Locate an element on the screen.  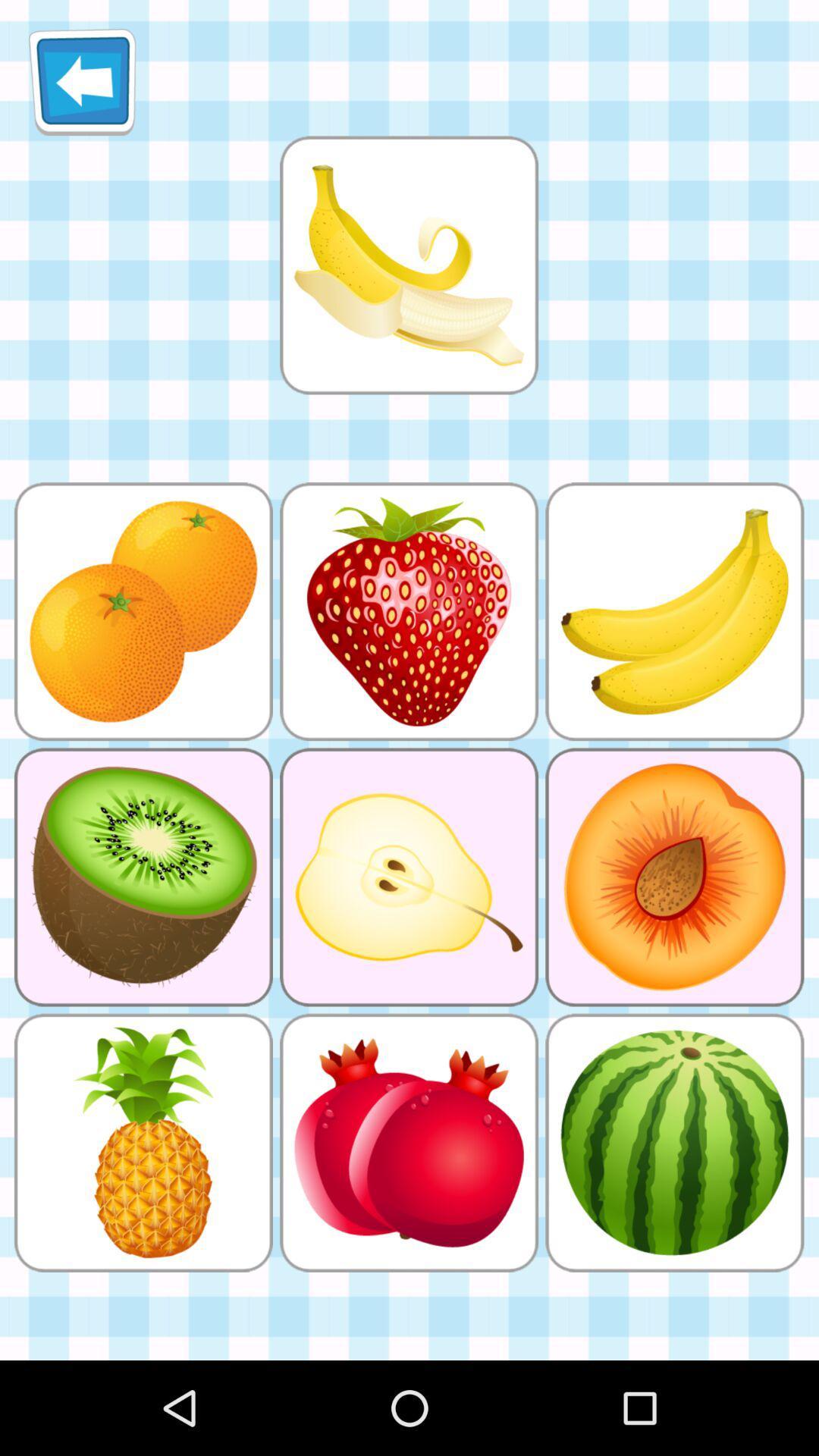
icon at the top left corner is located at coordinates (82, 81).